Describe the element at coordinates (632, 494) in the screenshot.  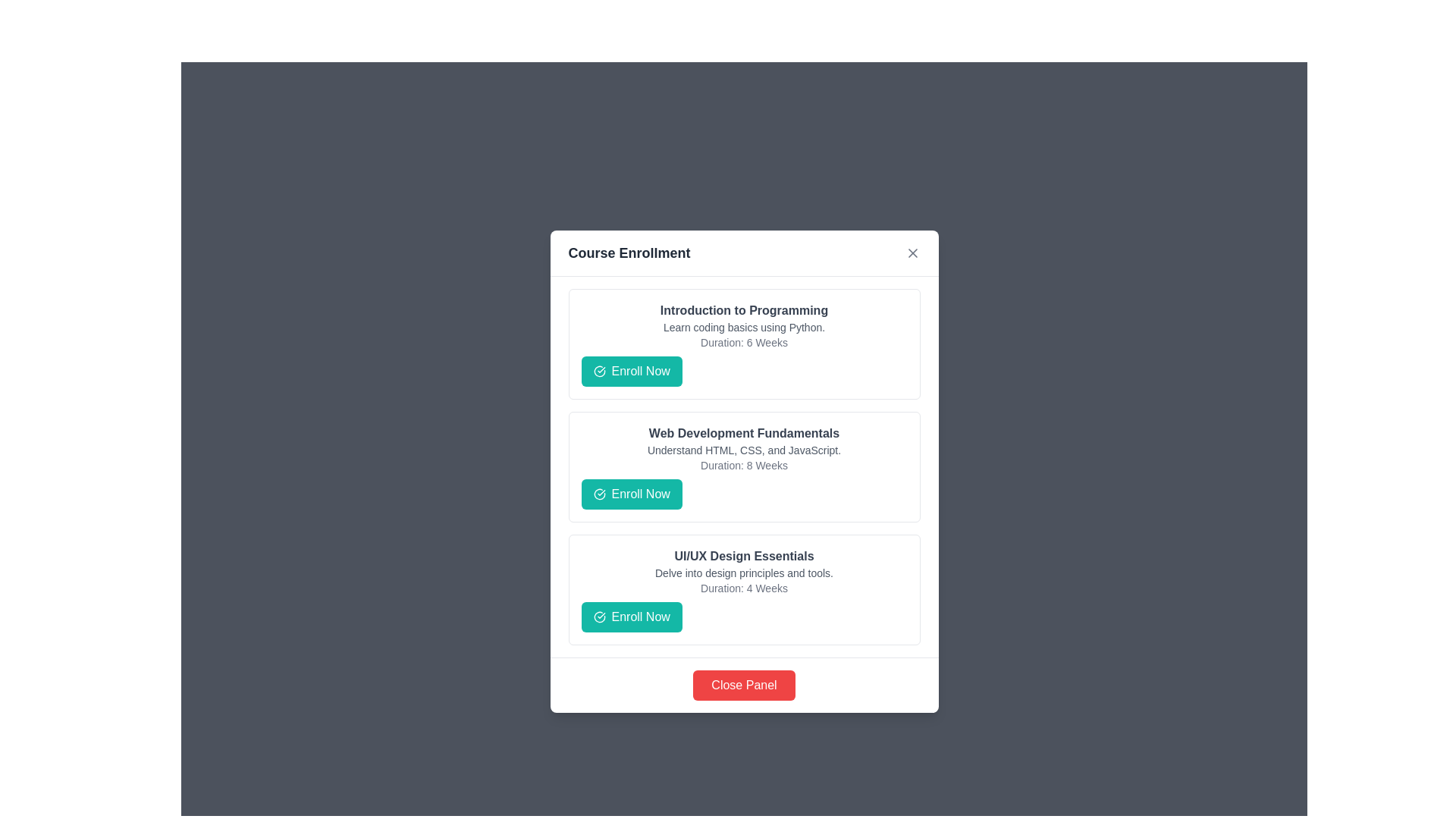
I see `the 'Enroll in Web Development Fundamentals' button located in the bottom section of the course panel card` at that location.